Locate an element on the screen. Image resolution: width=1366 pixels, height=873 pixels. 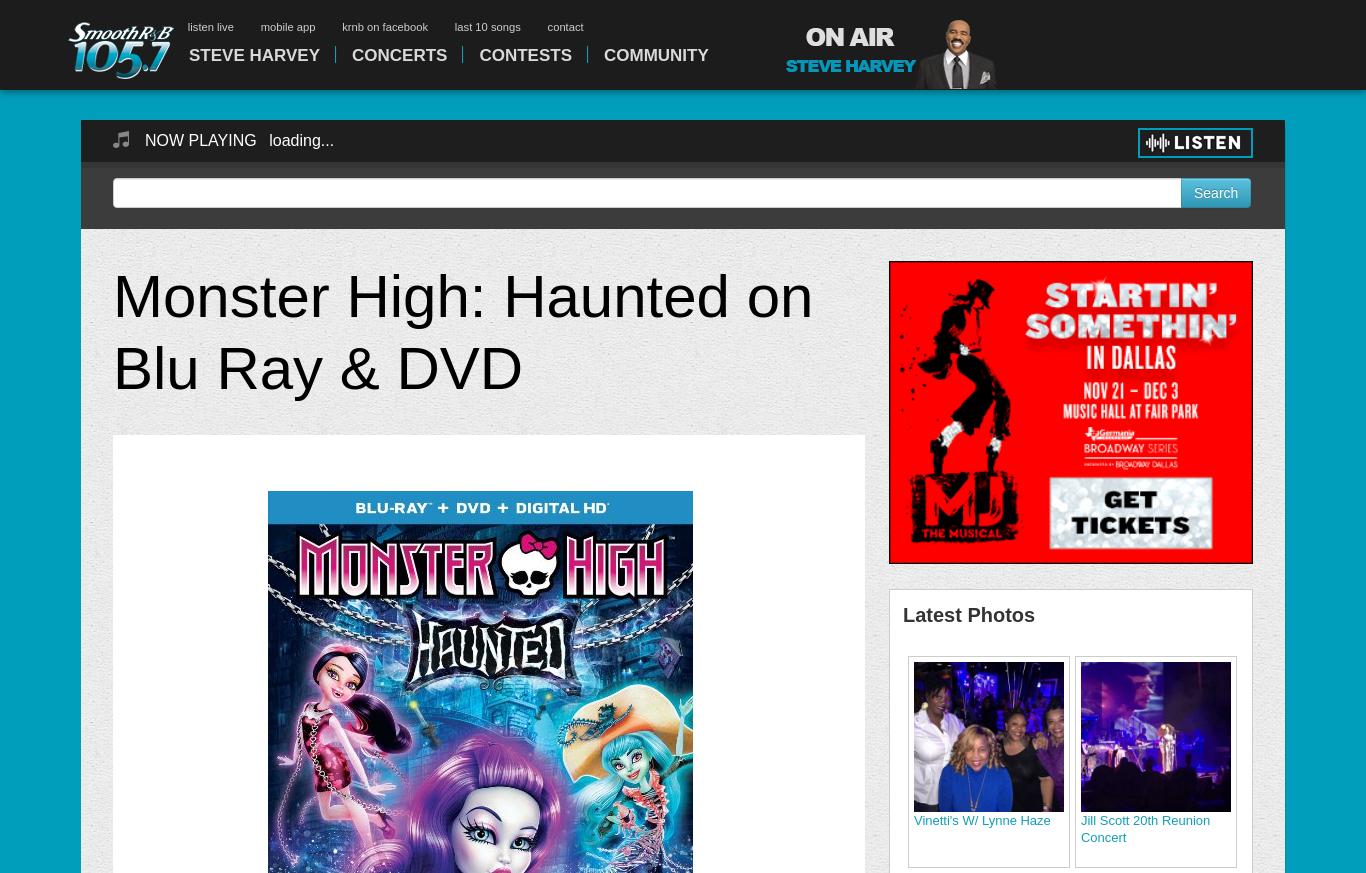
'contact' is located at coordinates (564, 25).